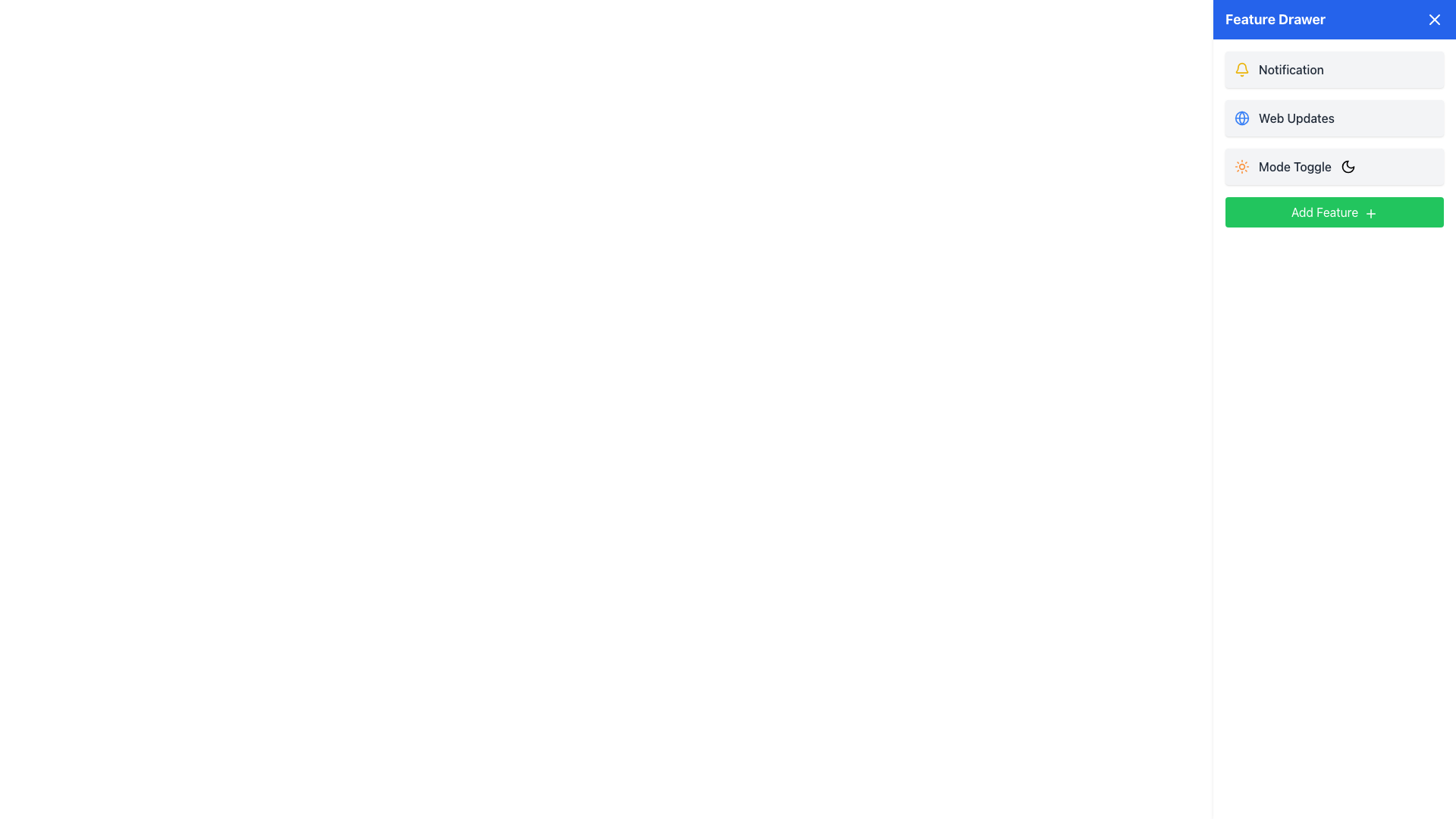 The image size is (1456, 819). I want to click on the third item in the vertical stack of the side panel layout, which serves as a mode toggler for UI display modes, so click(1335, 166).